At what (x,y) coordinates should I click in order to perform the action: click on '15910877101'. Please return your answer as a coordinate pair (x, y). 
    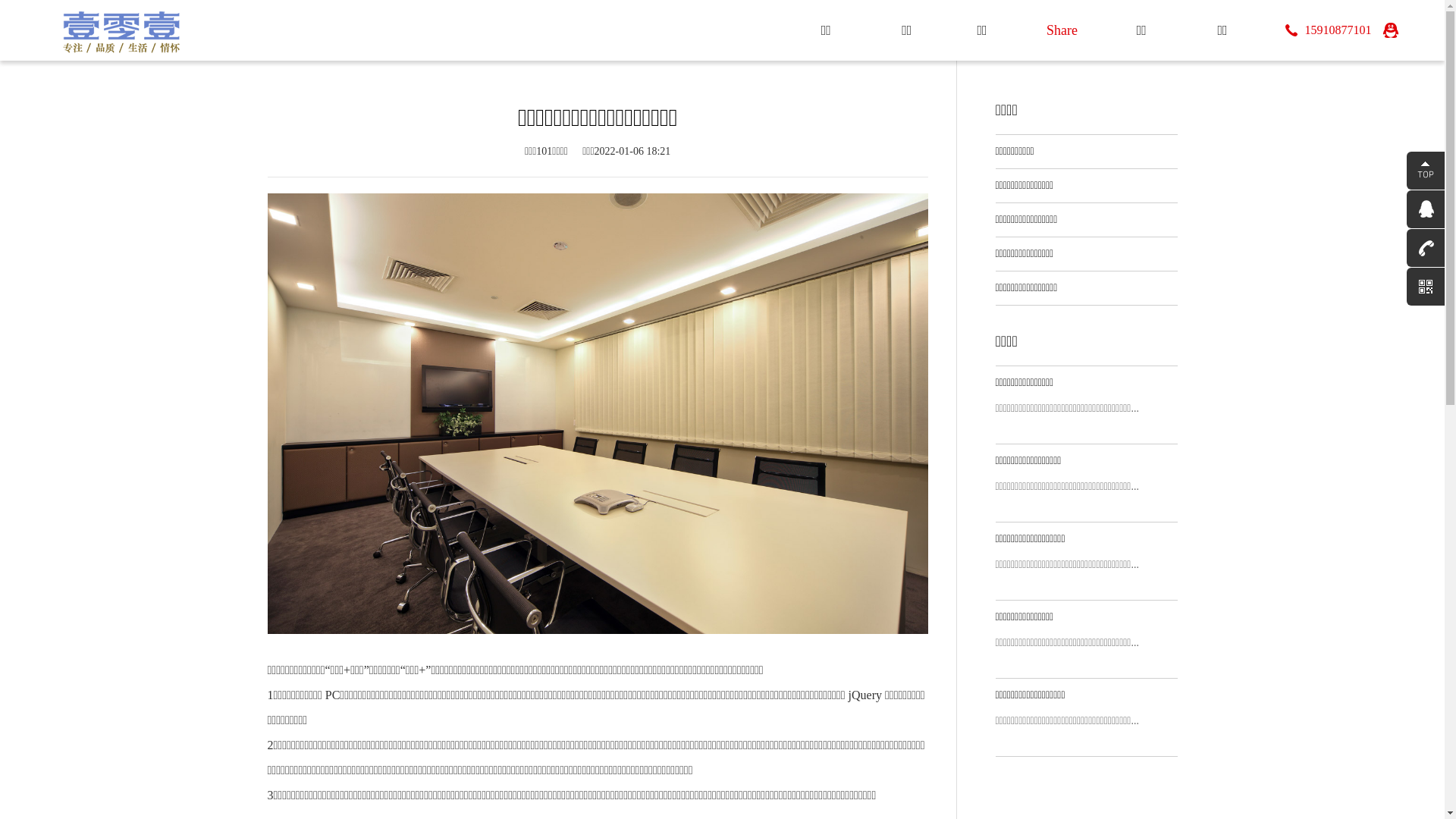
    Looking at the image, I should click on (1328, 30).